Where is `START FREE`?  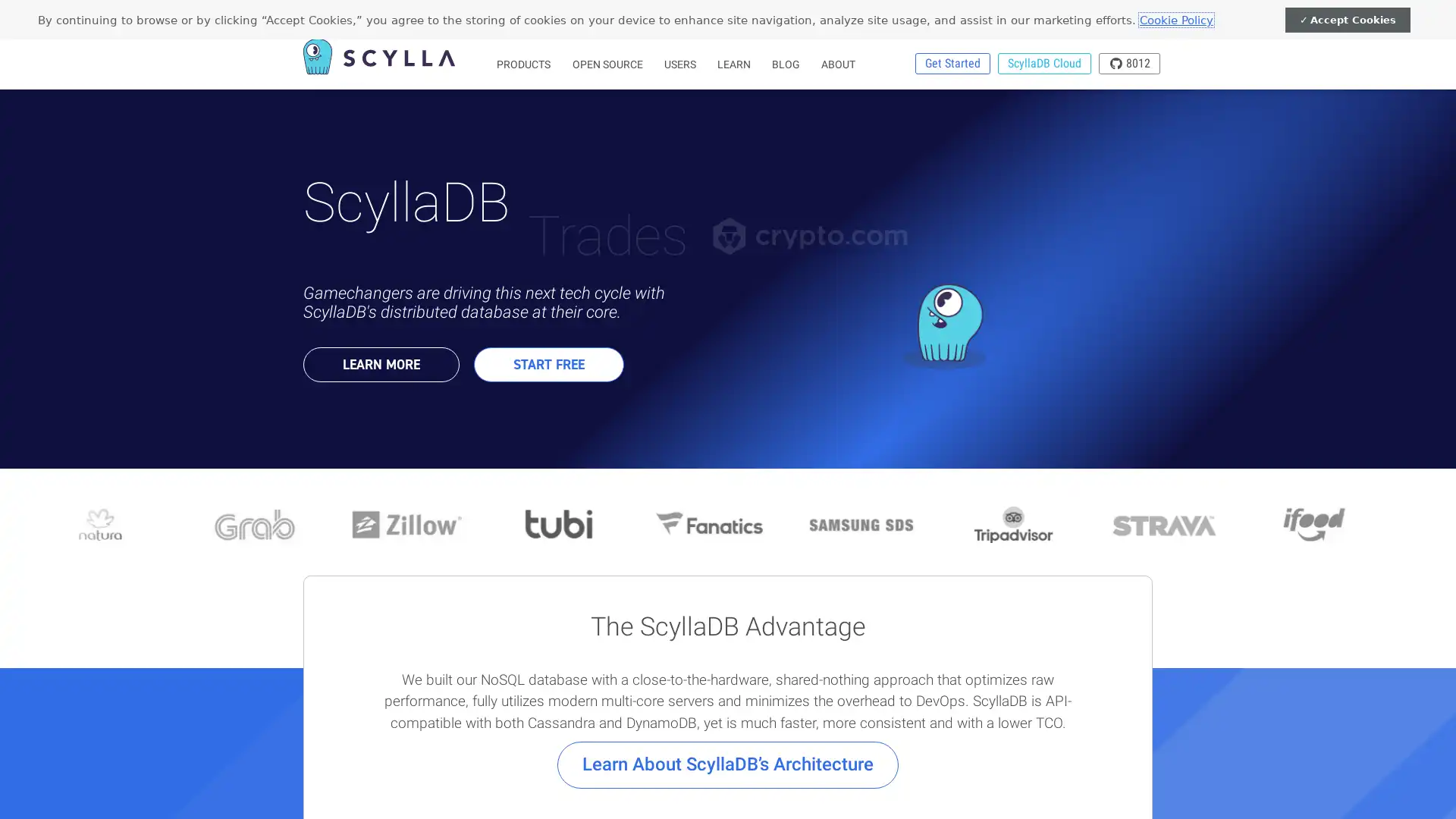
START FREE is located at coordinates (548, 364).